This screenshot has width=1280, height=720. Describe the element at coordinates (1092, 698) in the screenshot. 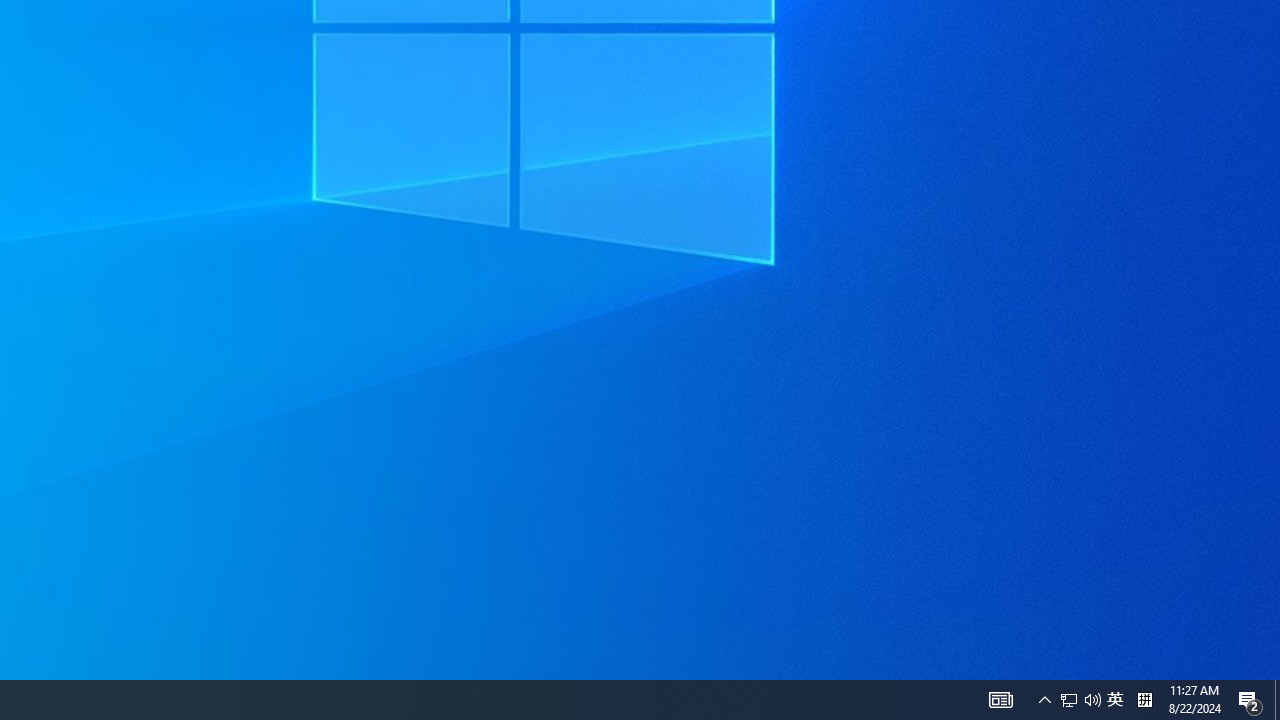

I see `'Notification Chevron'` at that location.